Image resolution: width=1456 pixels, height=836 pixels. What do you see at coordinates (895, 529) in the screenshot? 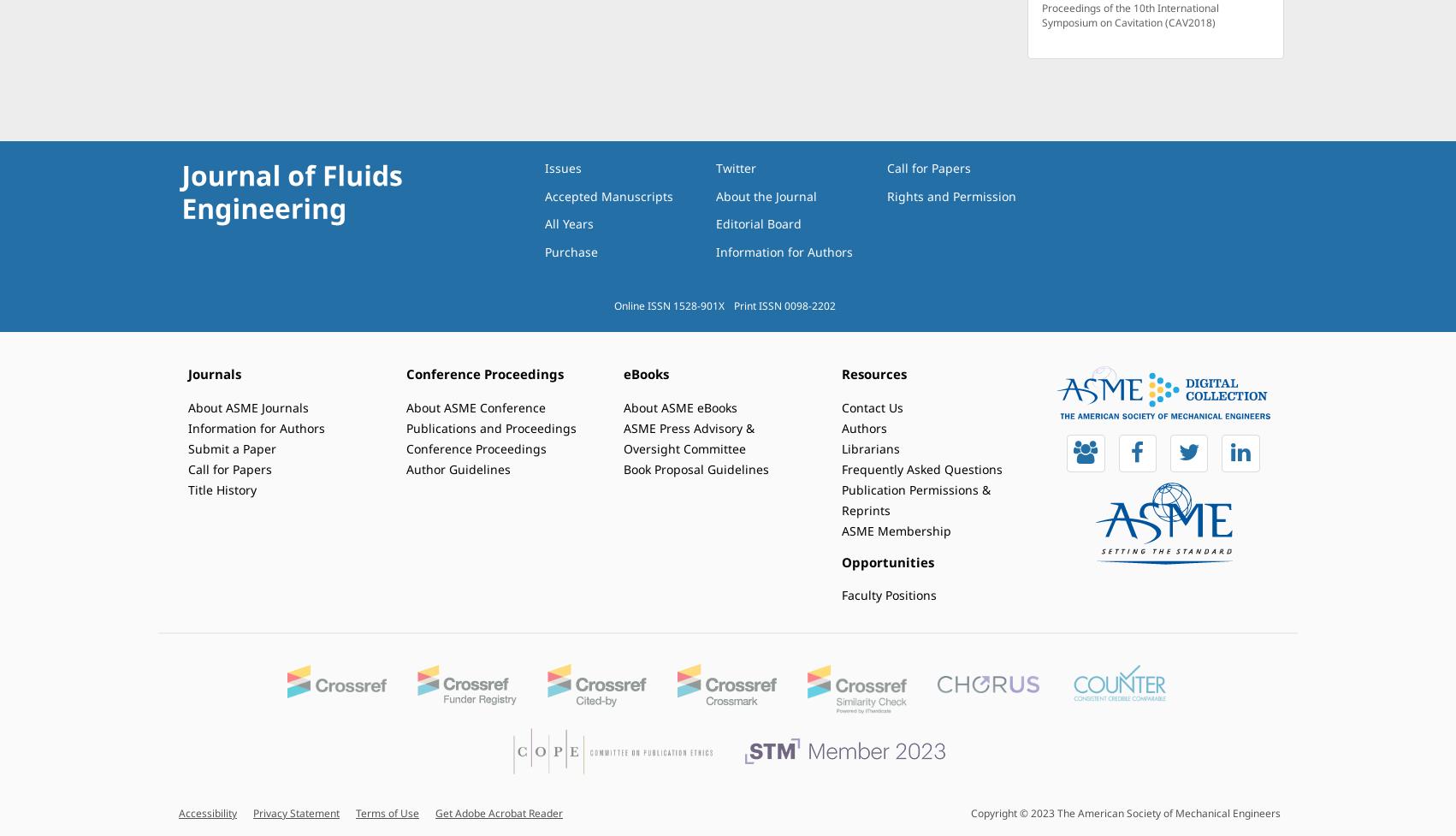
I see `'ASME Membership'` at bounding box center [895, 529].